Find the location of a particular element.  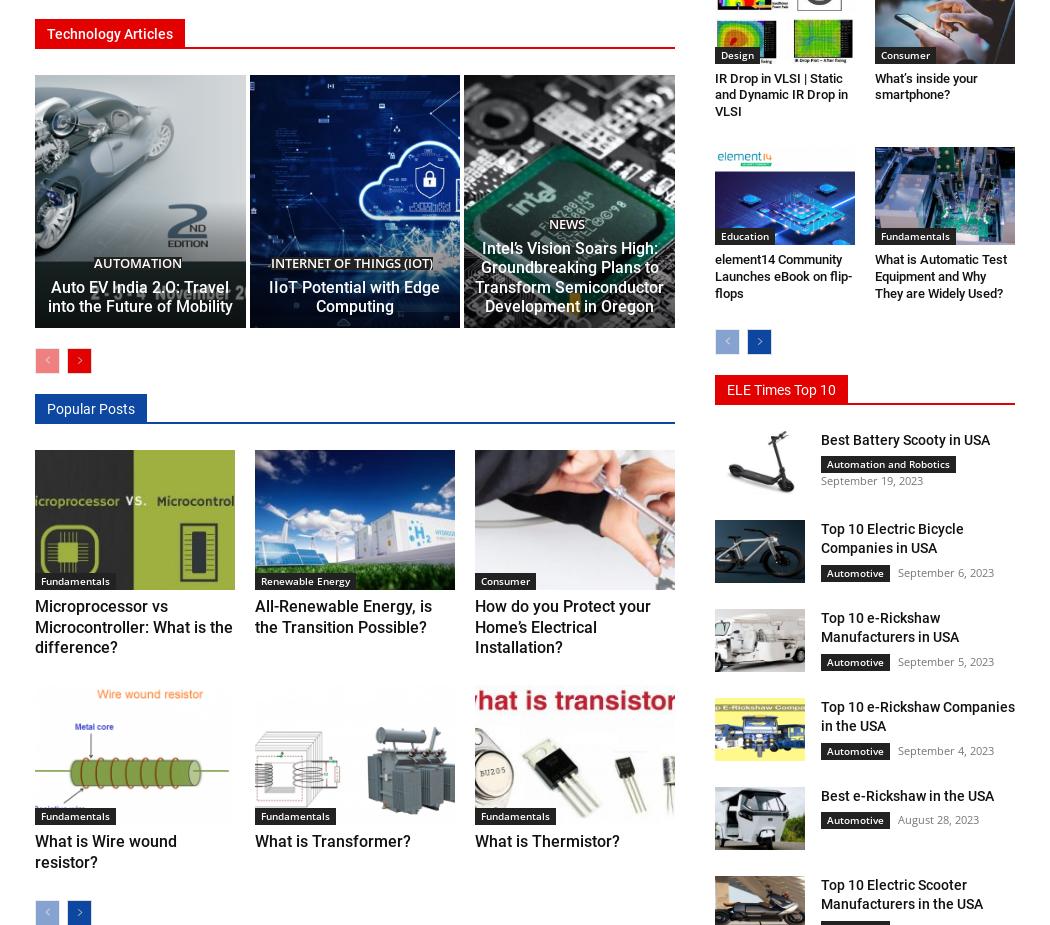

'Renewable Energy' is located at coordinates (305, 579).